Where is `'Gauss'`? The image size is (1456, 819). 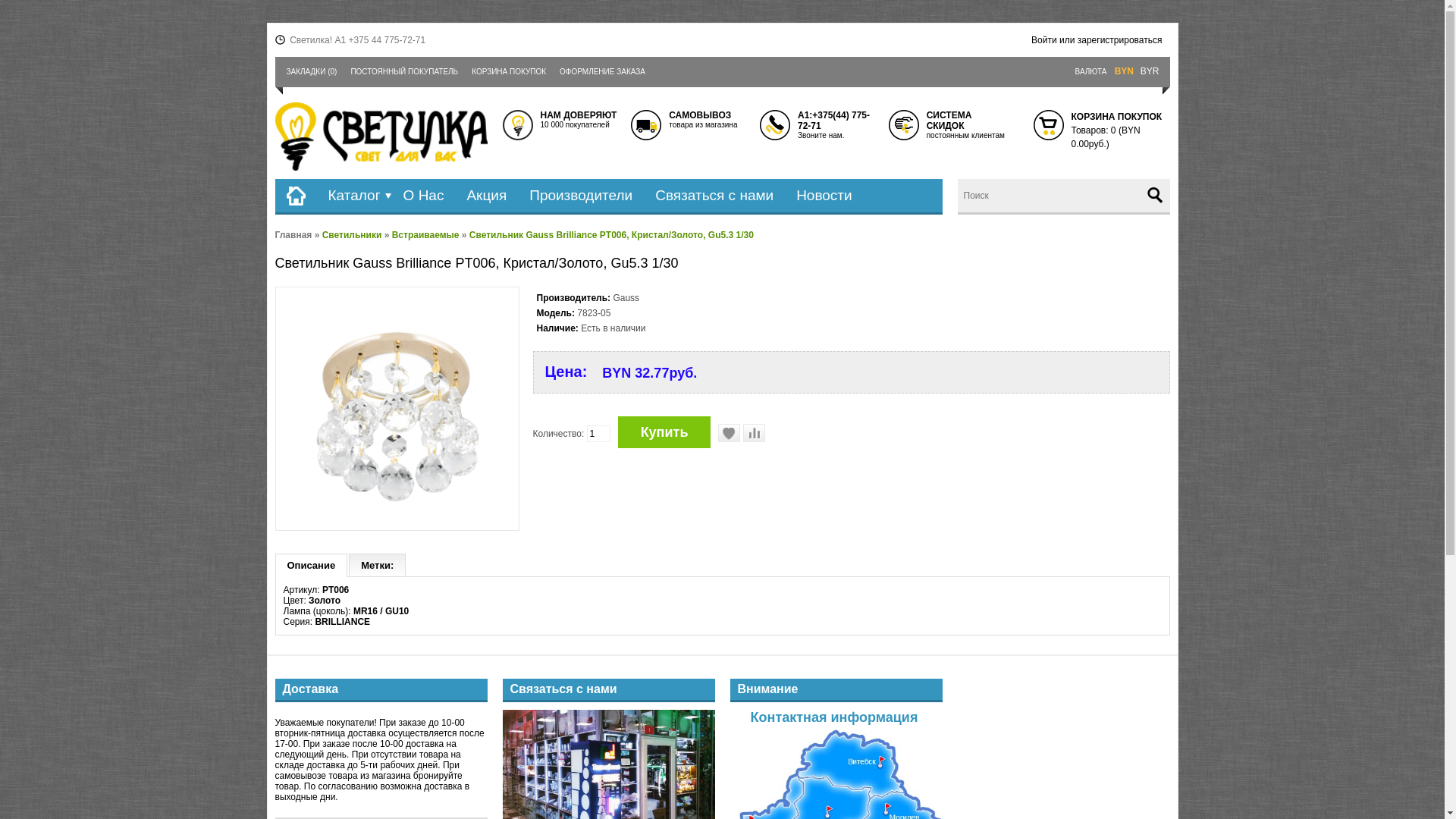 'Gauss' is located at coordinates (626, 298).